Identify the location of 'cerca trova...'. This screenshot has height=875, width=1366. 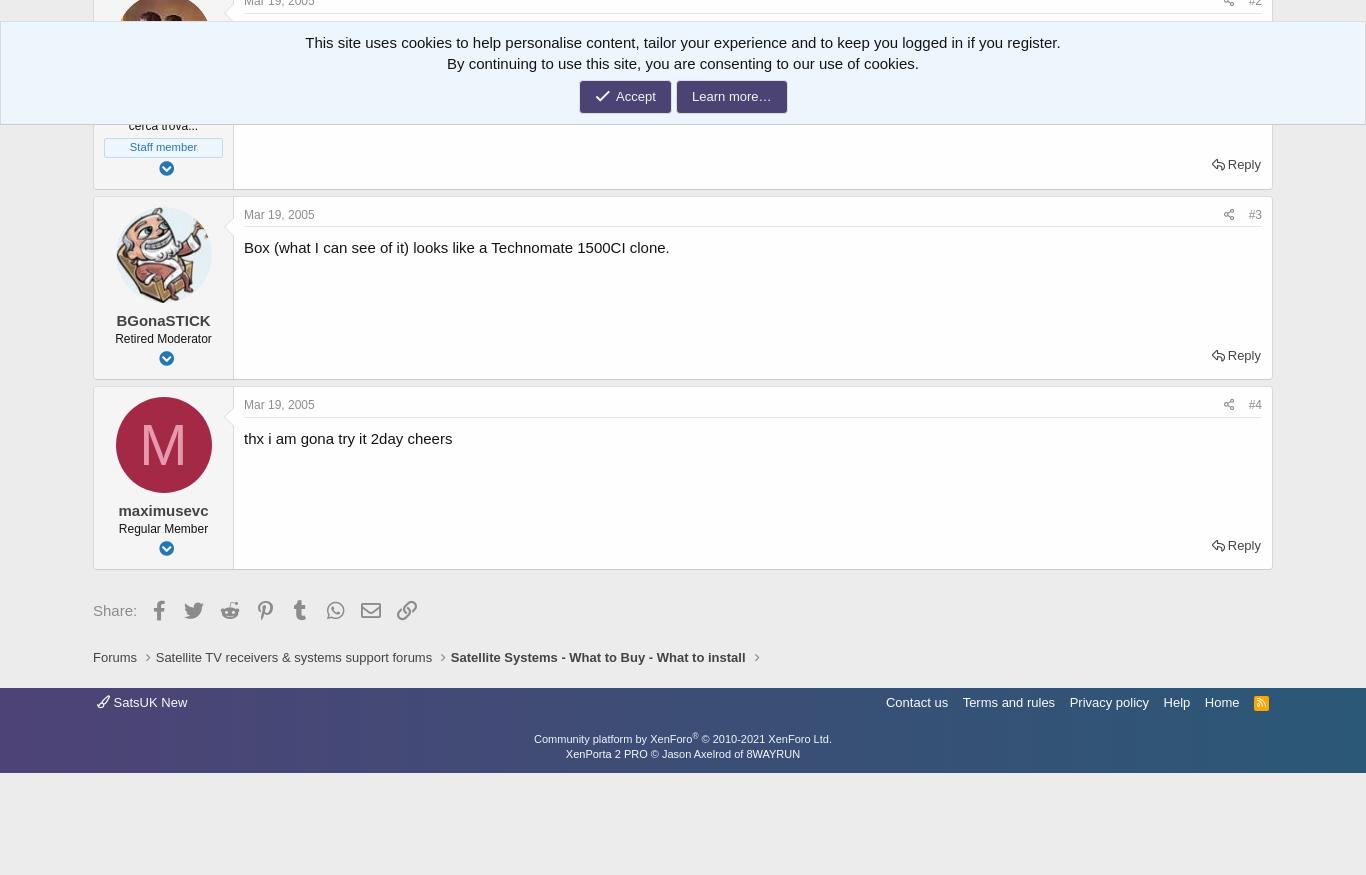
(161, 125).